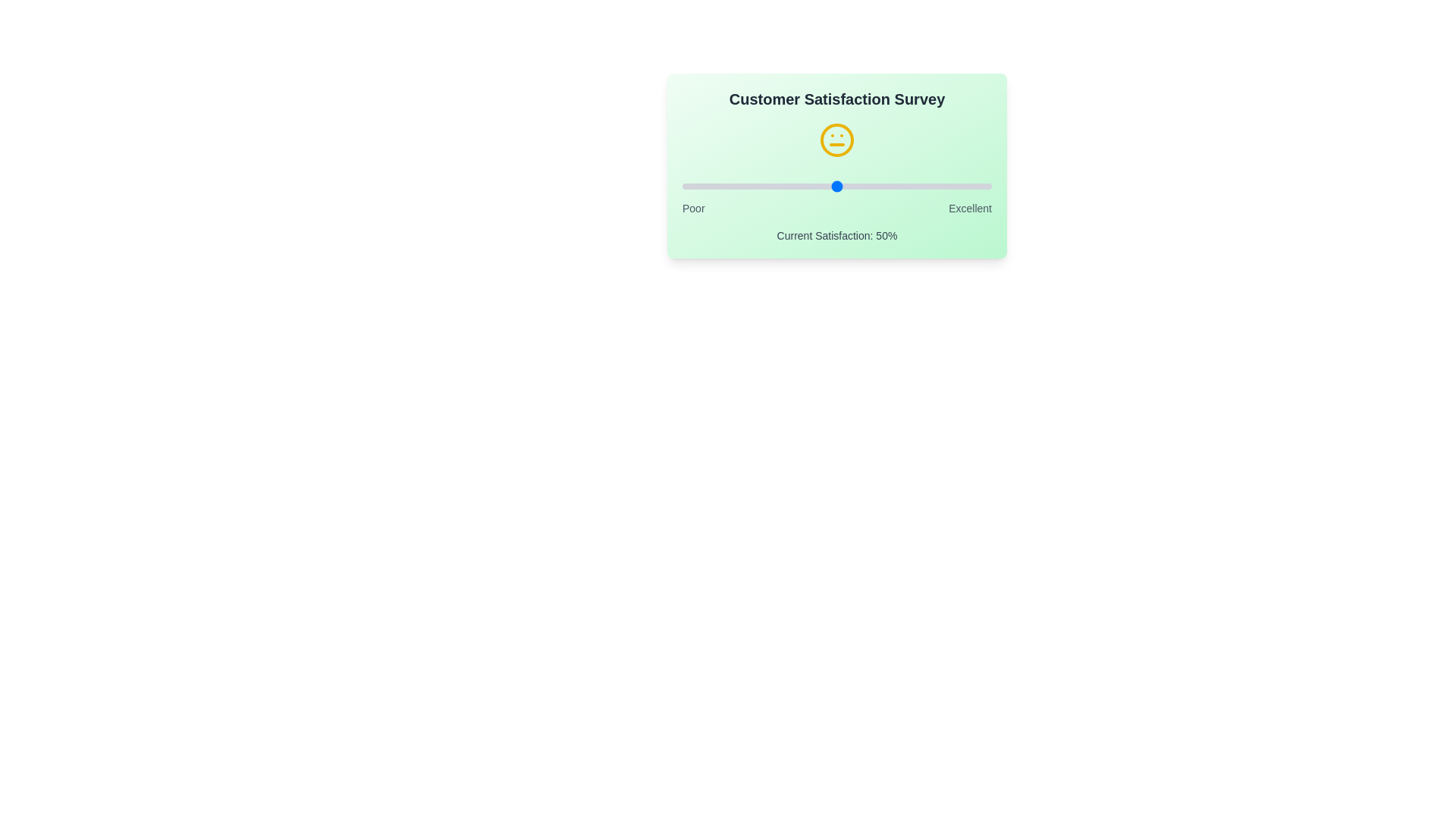 This screenshot has height=819, width=1456. I want to click on the satisfaction slider to 75% to observe the emoji change, so click(913, 186).